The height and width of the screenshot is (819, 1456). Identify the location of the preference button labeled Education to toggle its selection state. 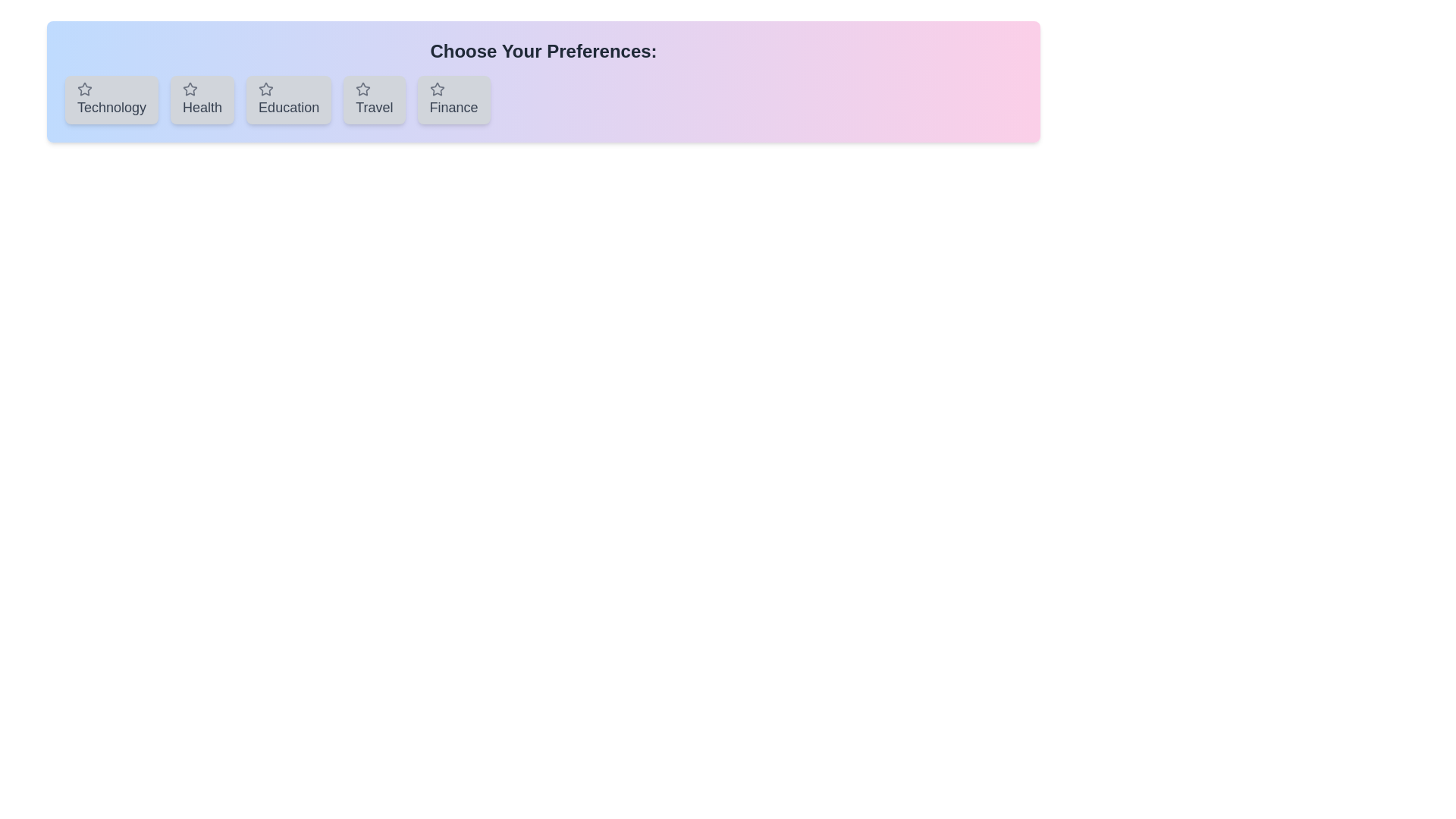
(289, 99).